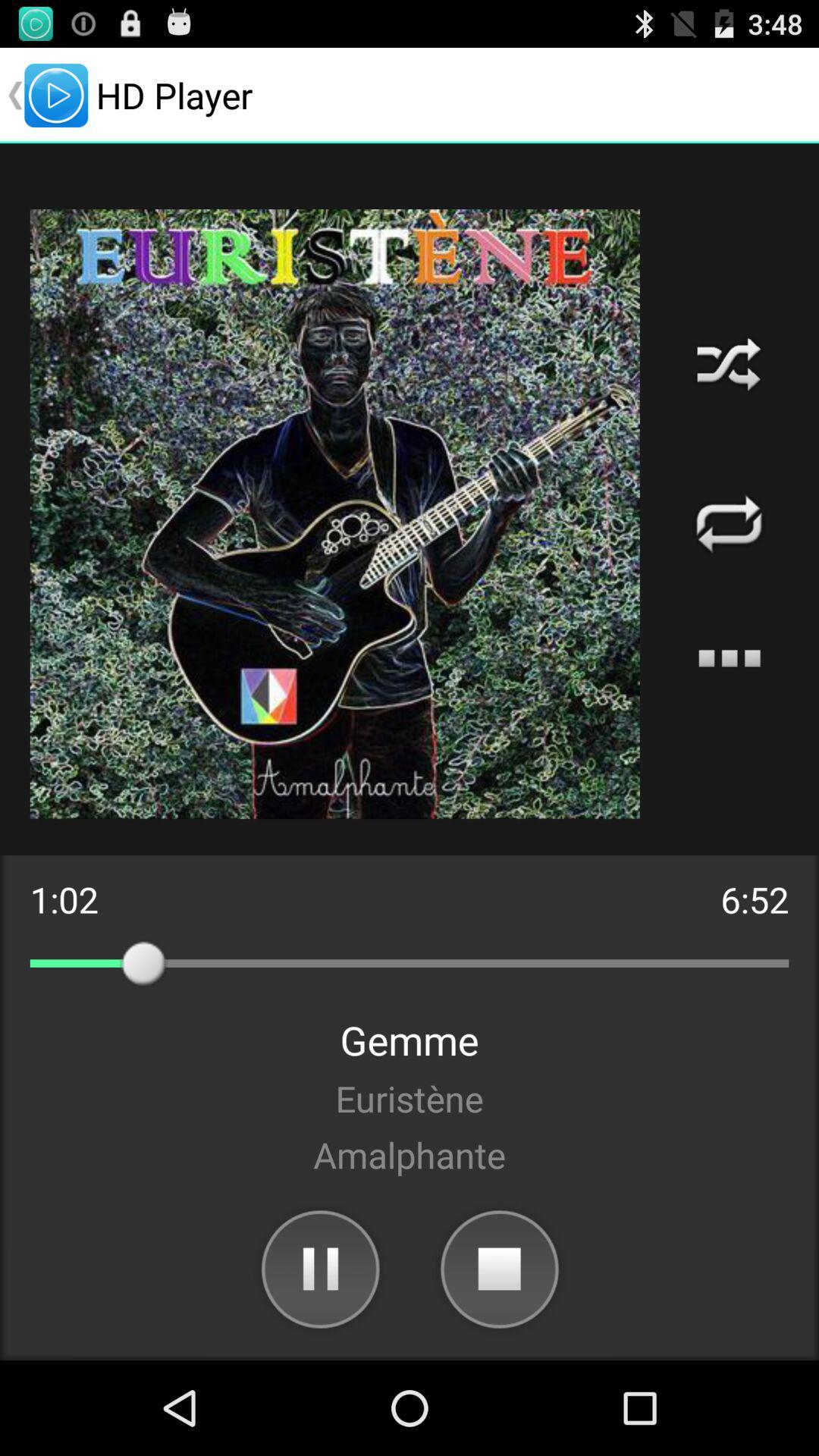 This screenshot has width=819, height=1456. Describe the element at coordinates (63, 899) in the screenshot. I see `the 1:02 icon` at that location.